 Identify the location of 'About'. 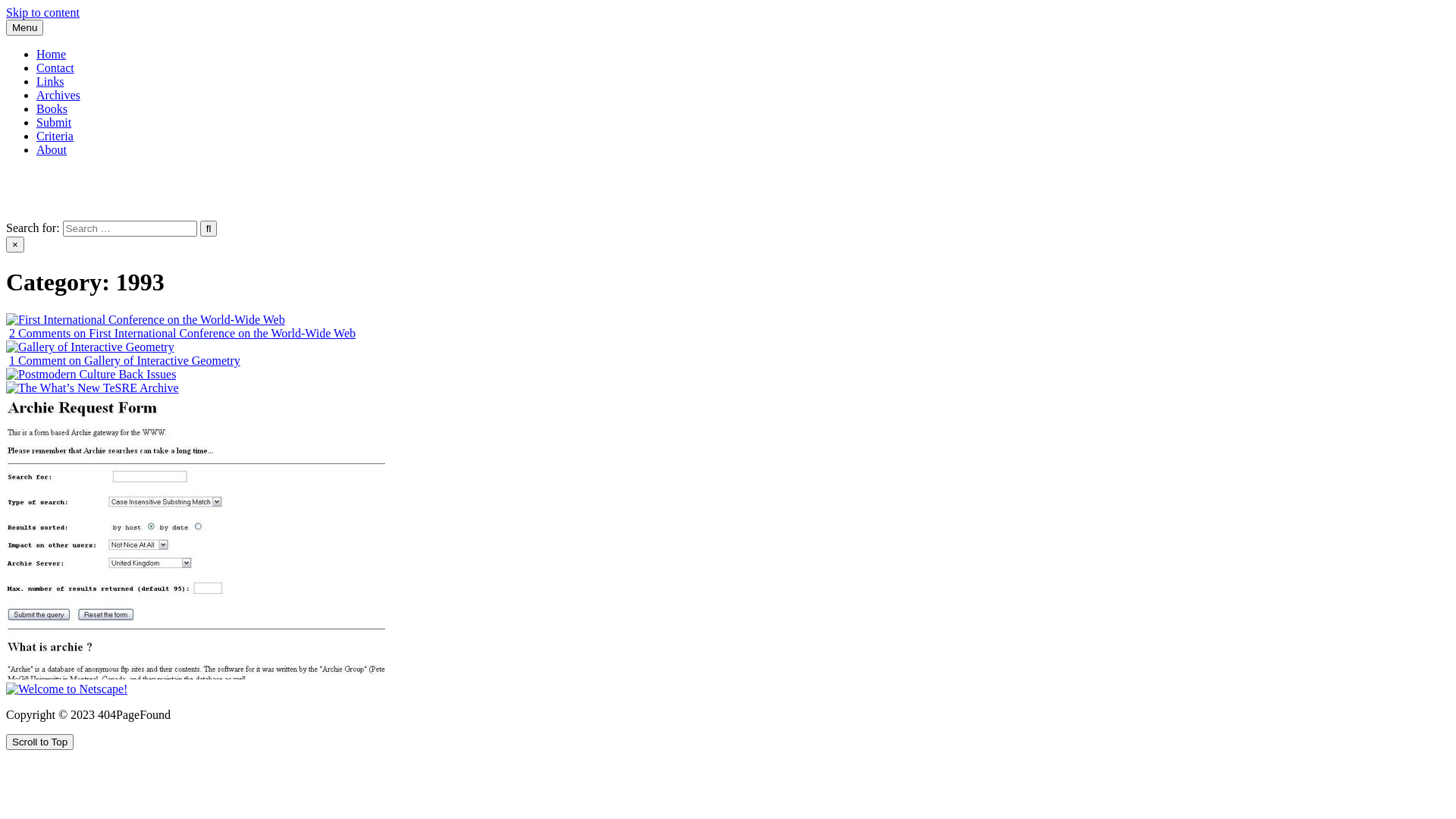
(51, 149).